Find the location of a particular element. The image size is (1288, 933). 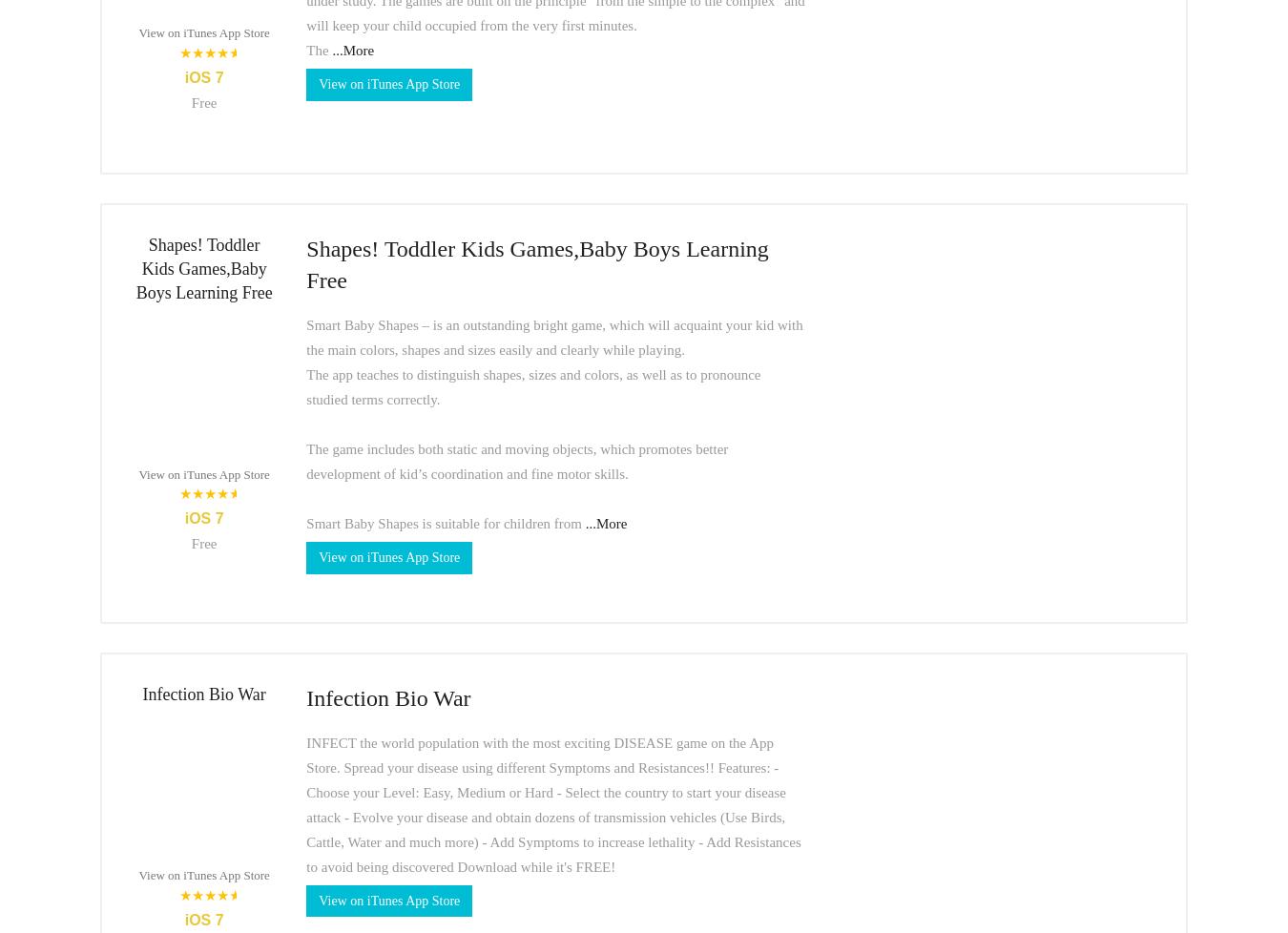

'The game includes both static and moving objects, which promotes better development of kid’s coordination and fine motor skills.' is located at coordinates (516, 460).